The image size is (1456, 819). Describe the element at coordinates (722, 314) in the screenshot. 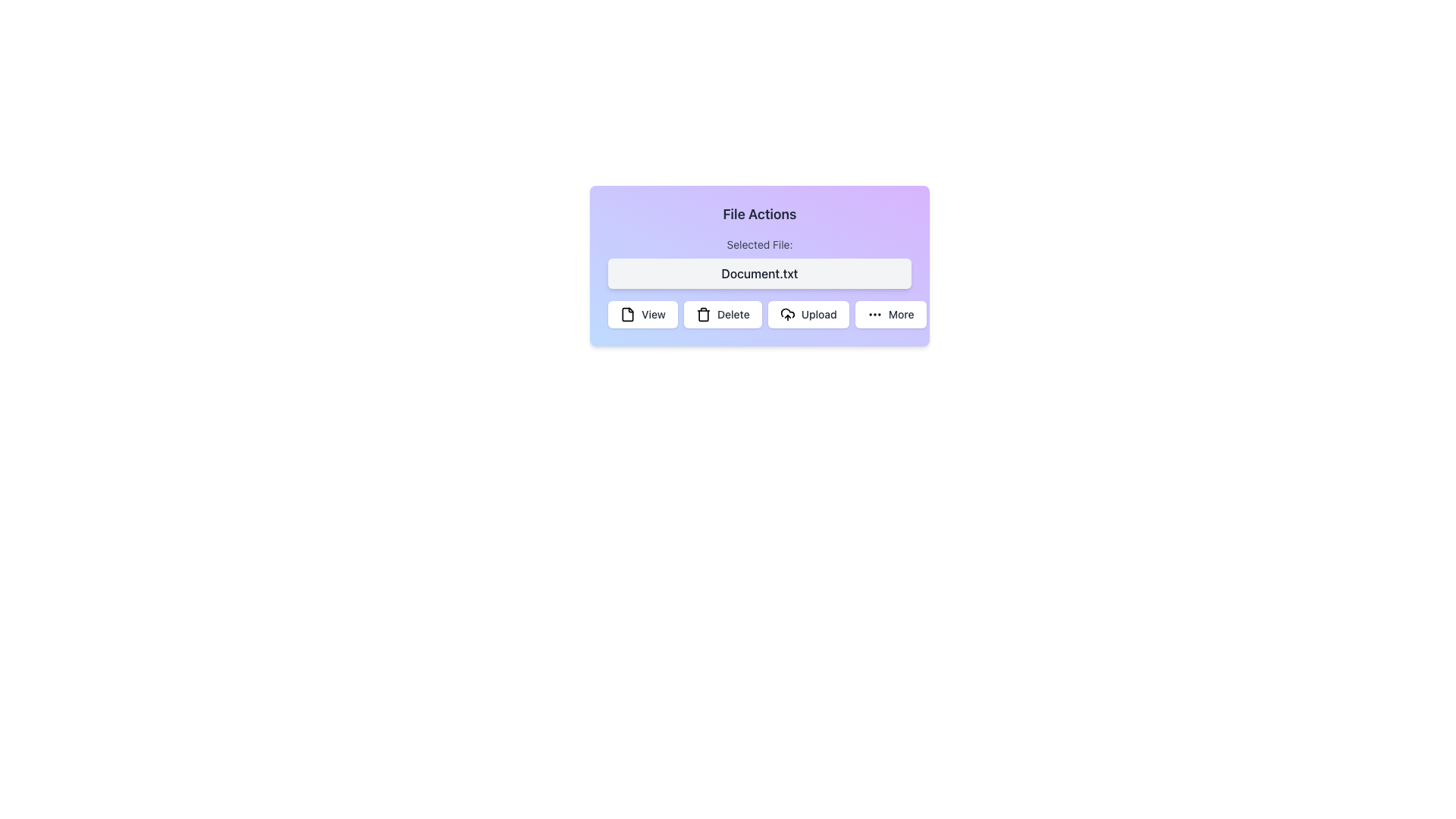

I see `the 'Delete' button, which is the second button in the horizontal row under 'File Actions', styled with a white background and featuring a trash can icon on the left` at that location.